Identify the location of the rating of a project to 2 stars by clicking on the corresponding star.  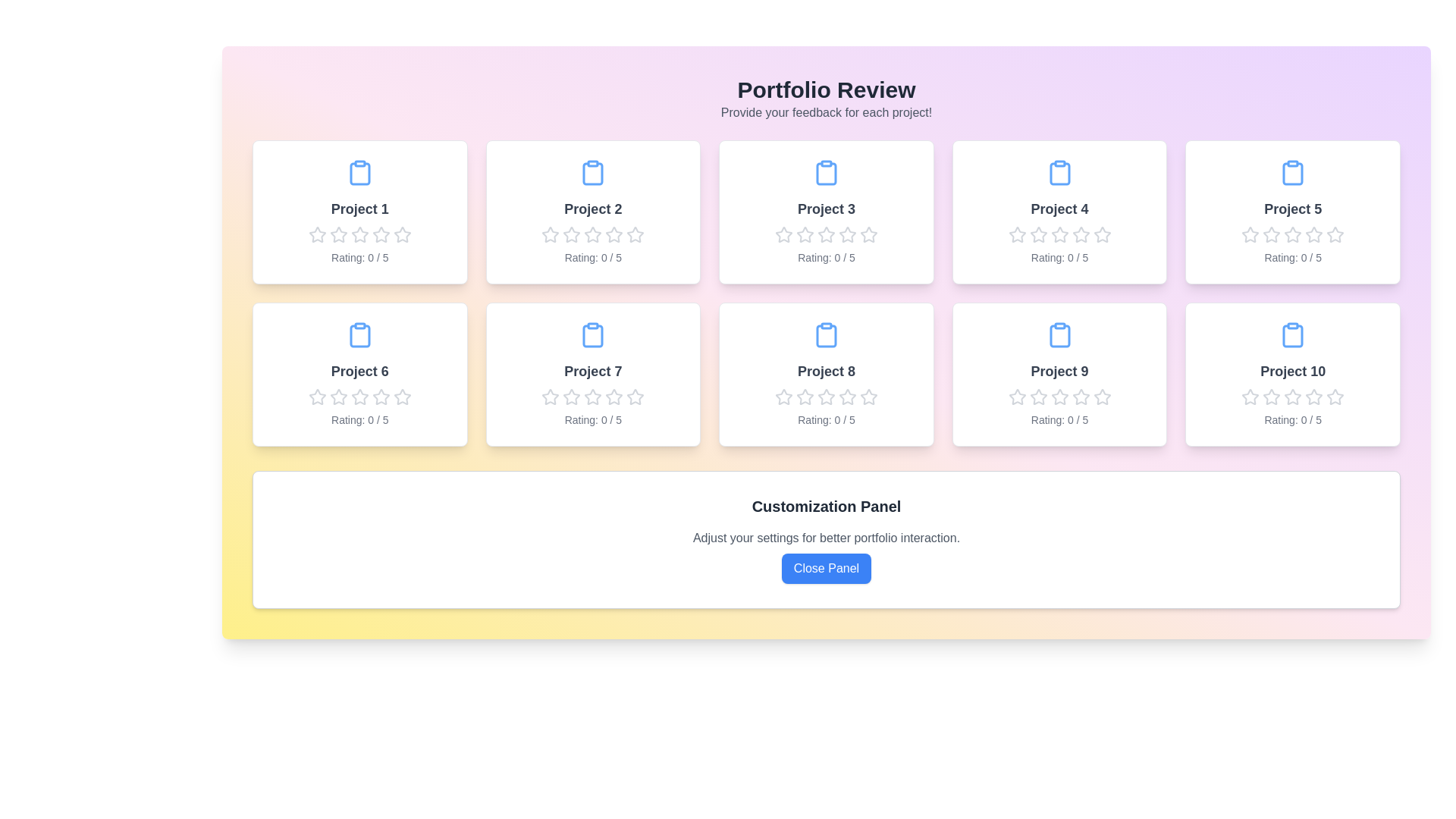
(337, 234).